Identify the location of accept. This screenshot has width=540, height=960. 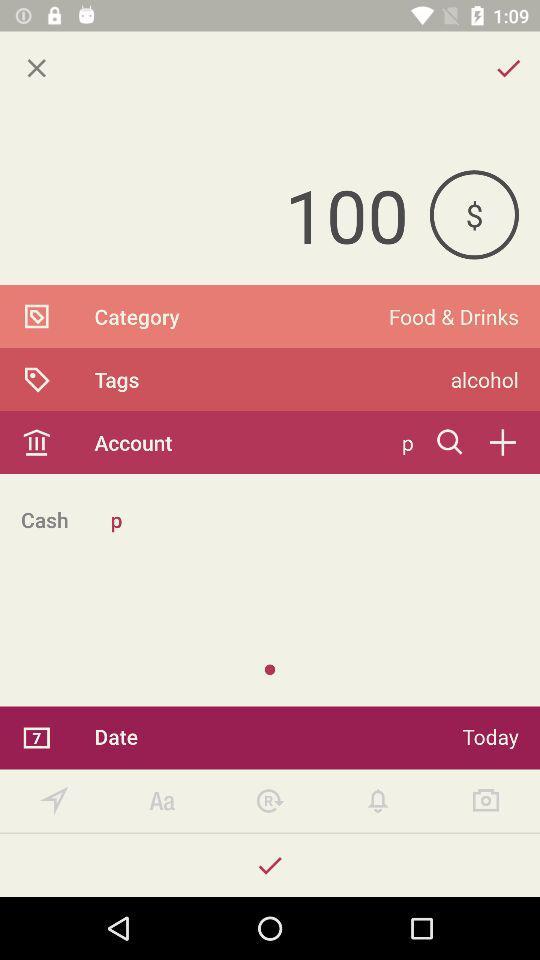
(270, 864).